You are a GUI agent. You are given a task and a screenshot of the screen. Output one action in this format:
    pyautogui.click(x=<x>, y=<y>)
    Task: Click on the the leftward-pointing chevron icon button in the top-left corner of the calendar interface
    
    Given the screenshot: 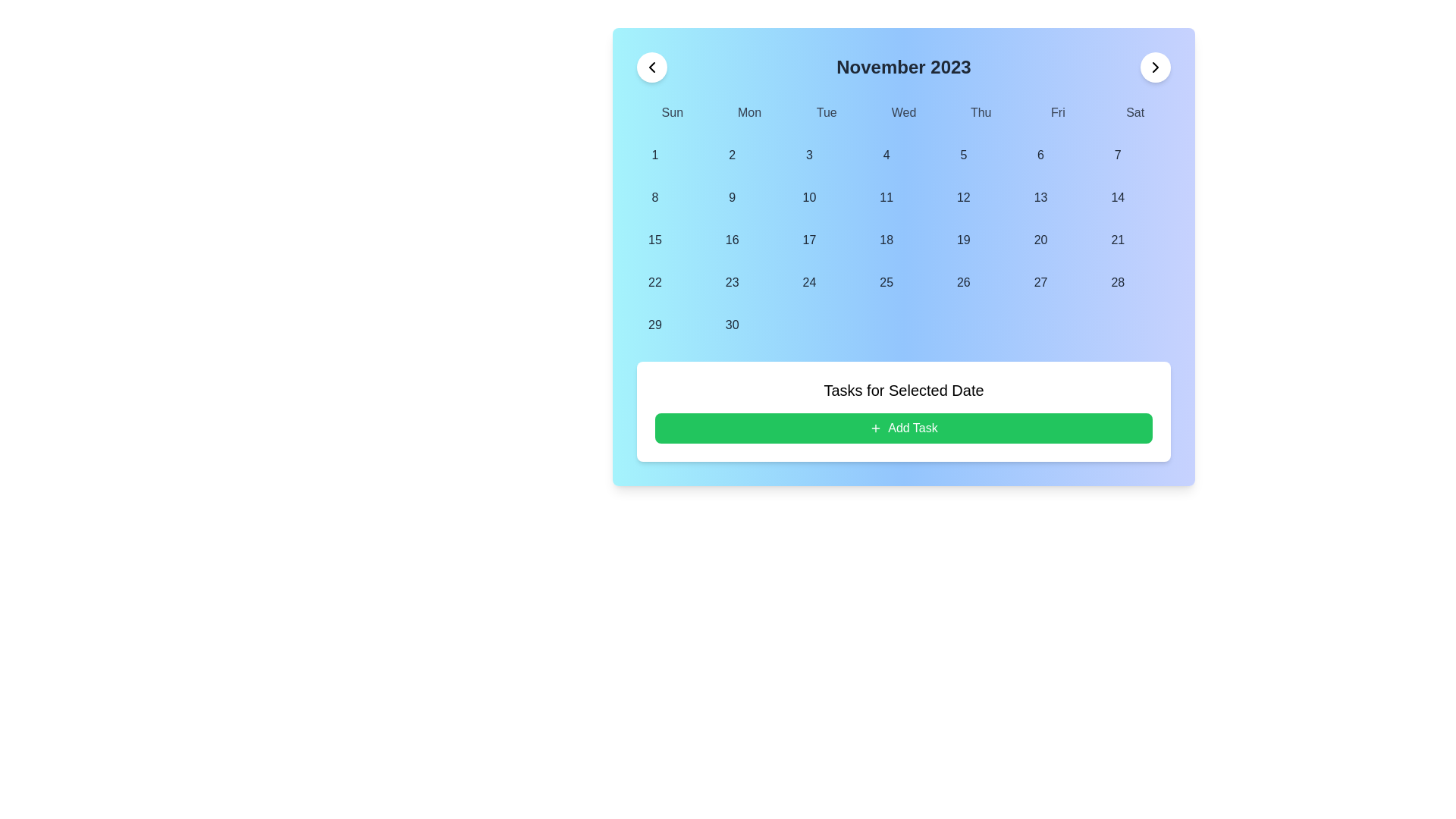 What is the action you would take?
    pyautogui.click(x=651, y=66)
    